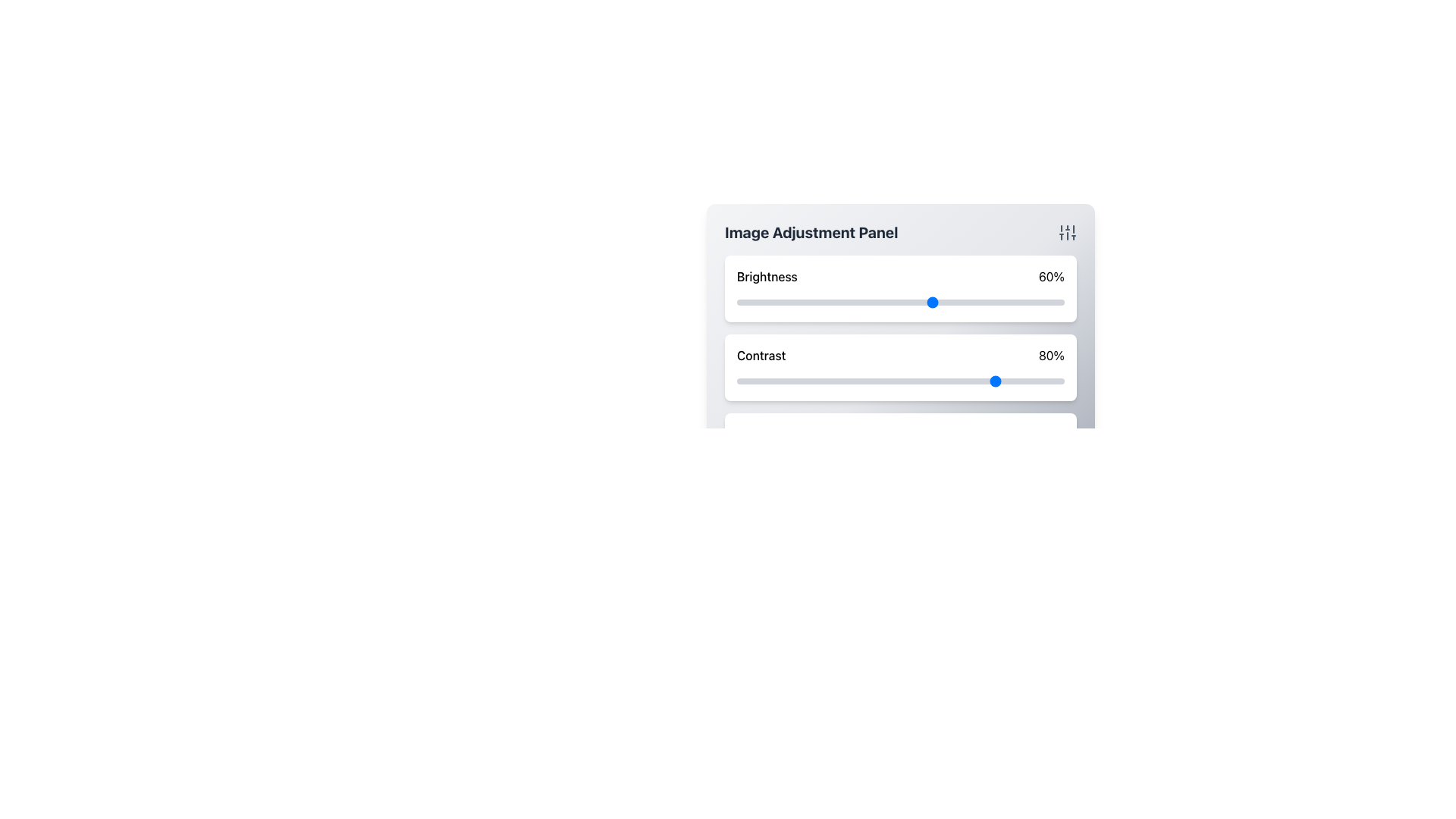 This screenshot has width=1456, height=819. What do you see at coordinates (767, 277) in the screenshot?
I see `the brightness adjustment label located on the left side of the brightness adjustment row` at bounding box center [767, 277].